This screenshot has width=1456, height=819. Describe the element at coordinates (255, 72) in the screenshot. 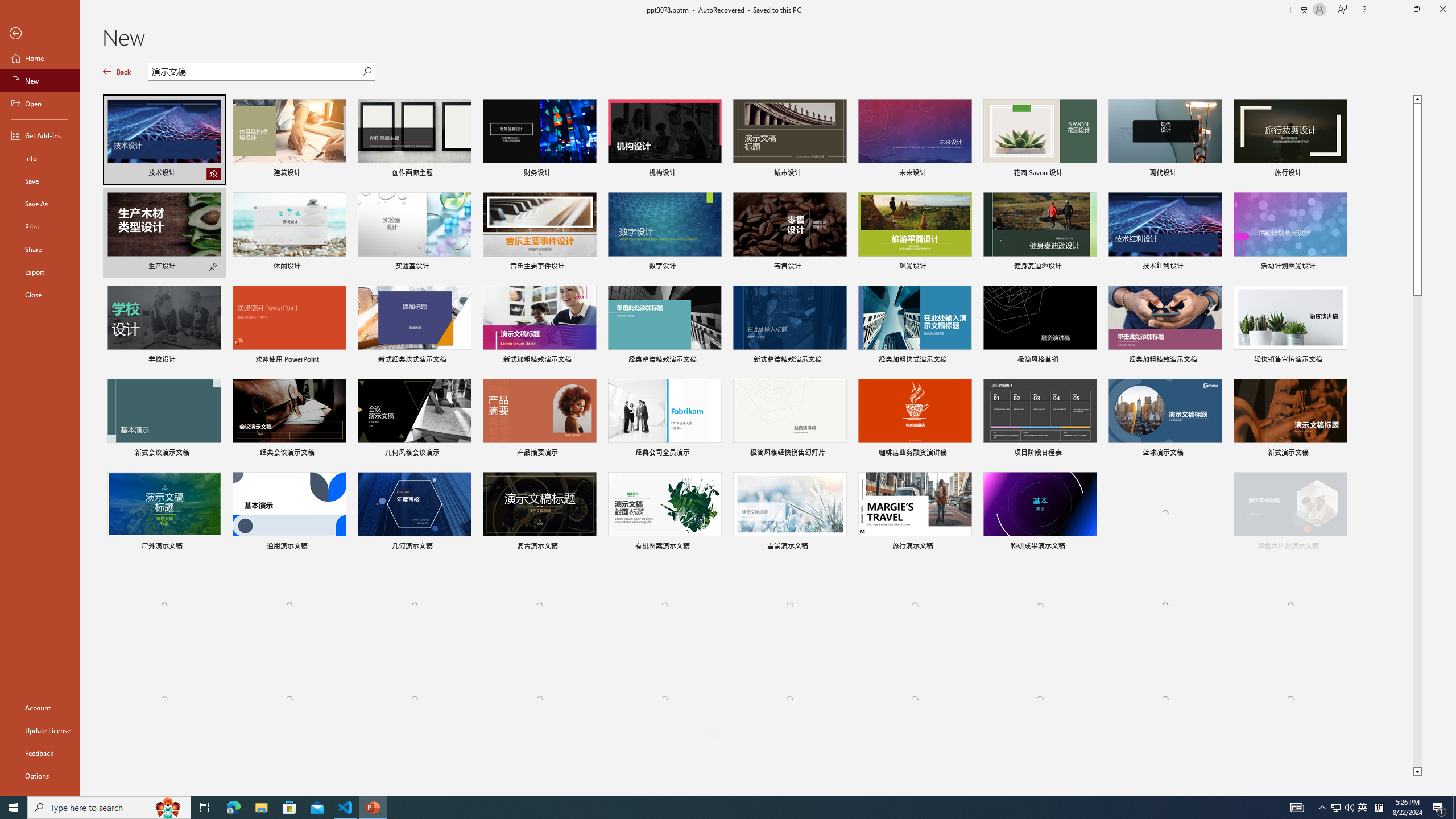

I see `'Search for online templates and themes'` at that location.